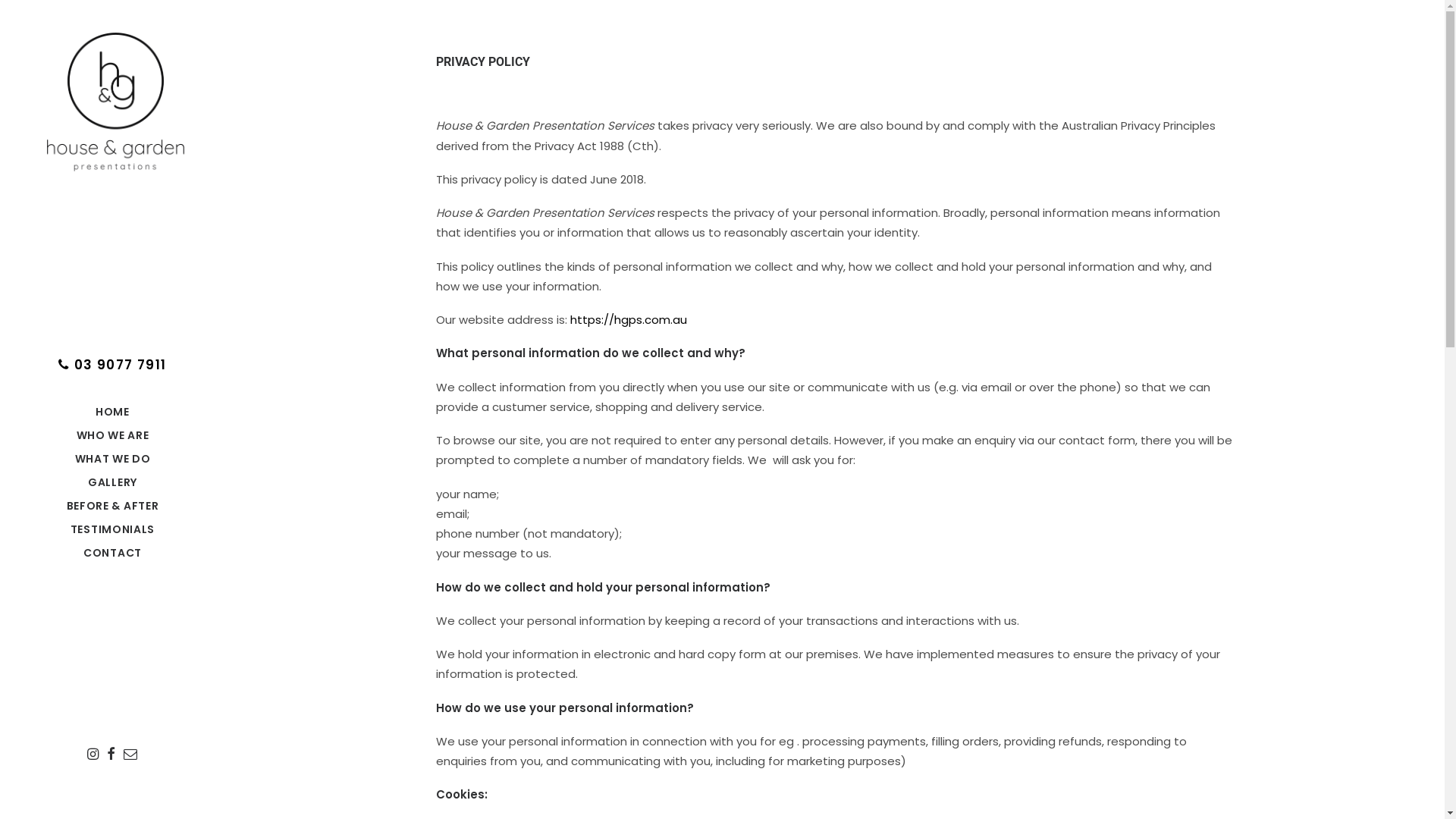 The height and width of the screenshot is (819, 1456). What do you see at coordinates (629, 318) in the screenshot?
I see `'https://hgps.com.au'` at bounding box center [629, 318].